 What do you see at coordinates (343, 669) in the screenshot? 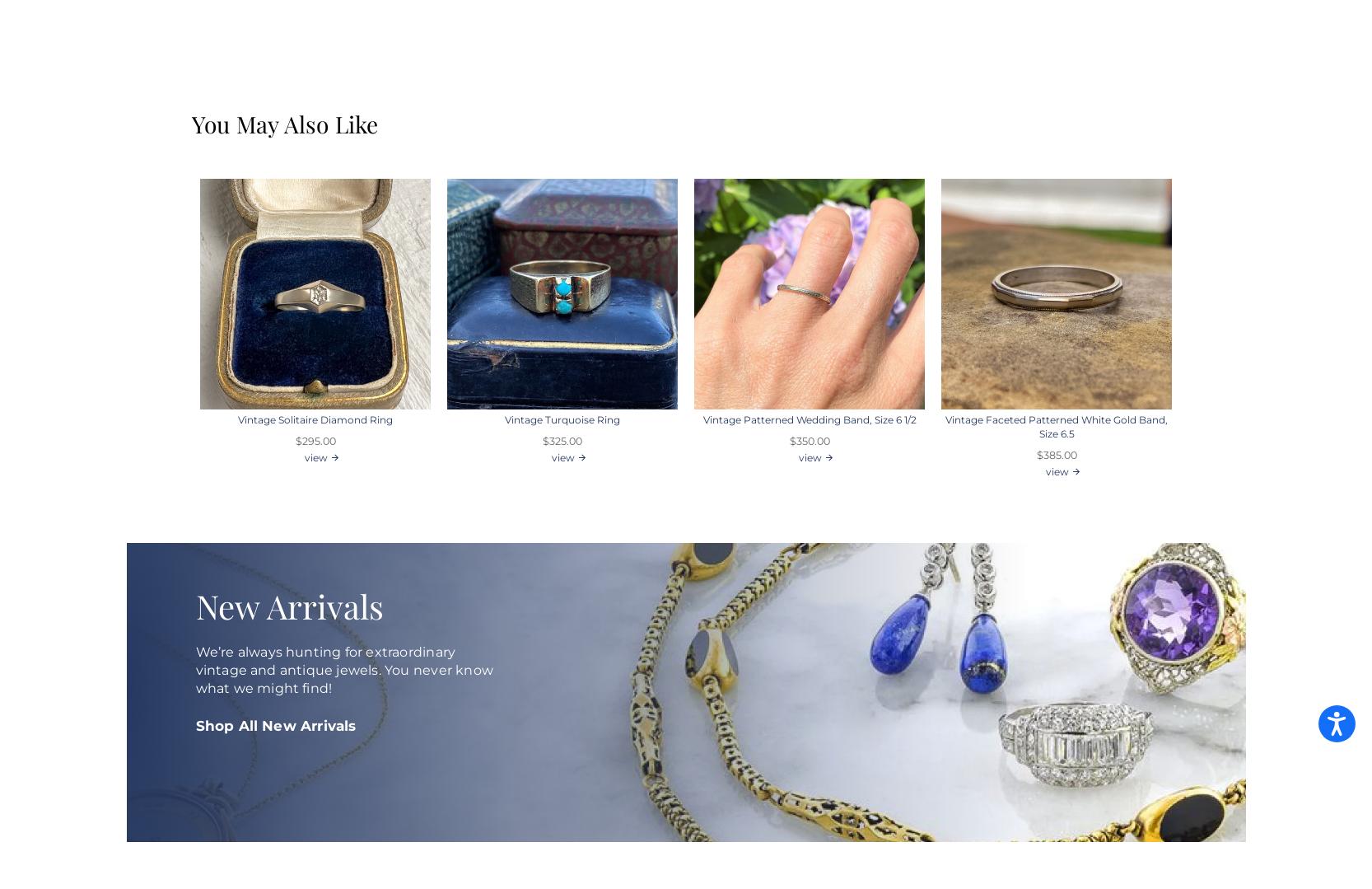
I see `'We’re always hunting for extraordinary vintage and antique jewels. You never know what we might find!'` at bounding box center [343, 669].